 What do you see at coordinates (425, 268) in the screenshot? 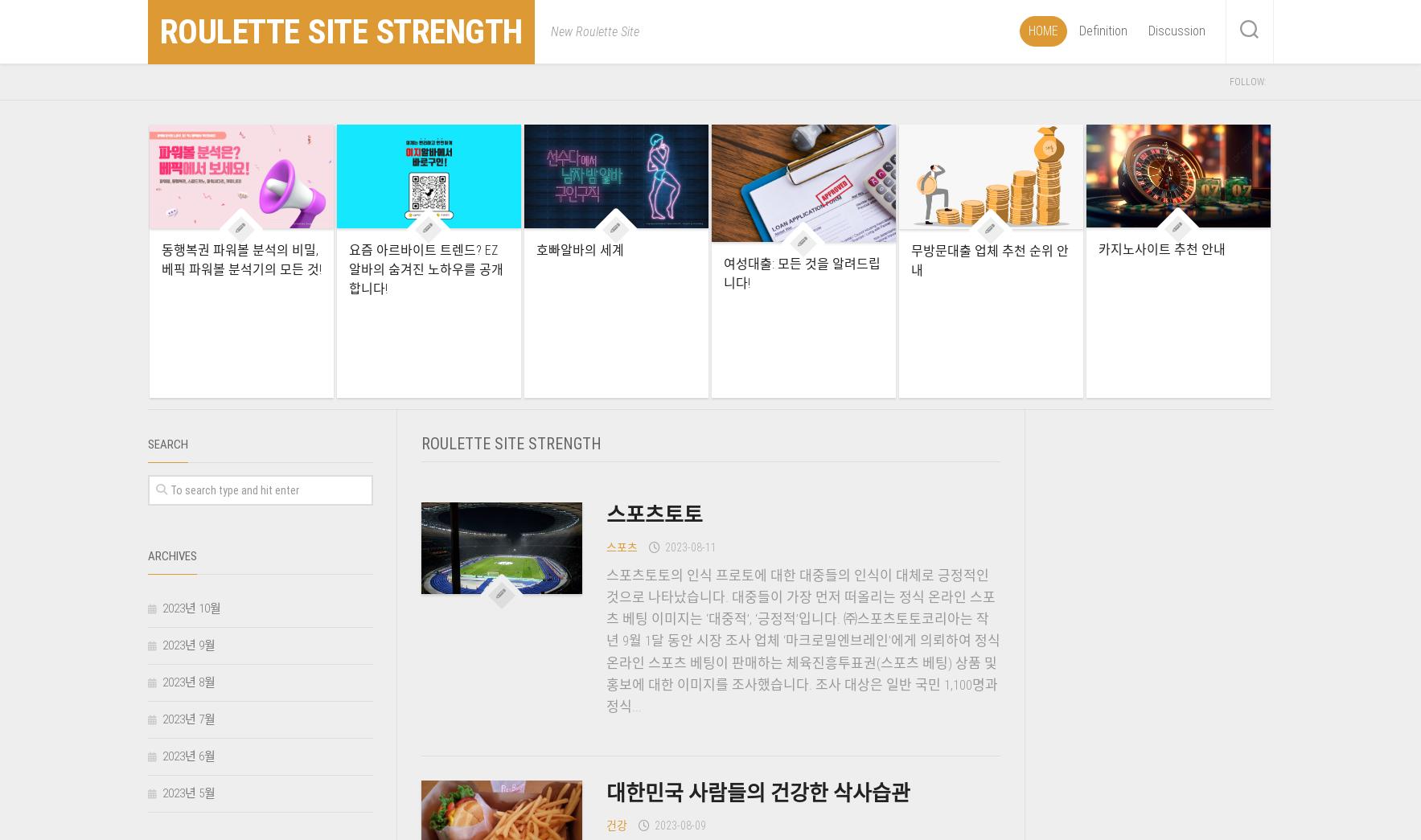
I see `'요즘 아르바이트 트렌드? EZ알바의 숨겨진 노하우를 공개합니다!'` at bounding box center [425, 268].